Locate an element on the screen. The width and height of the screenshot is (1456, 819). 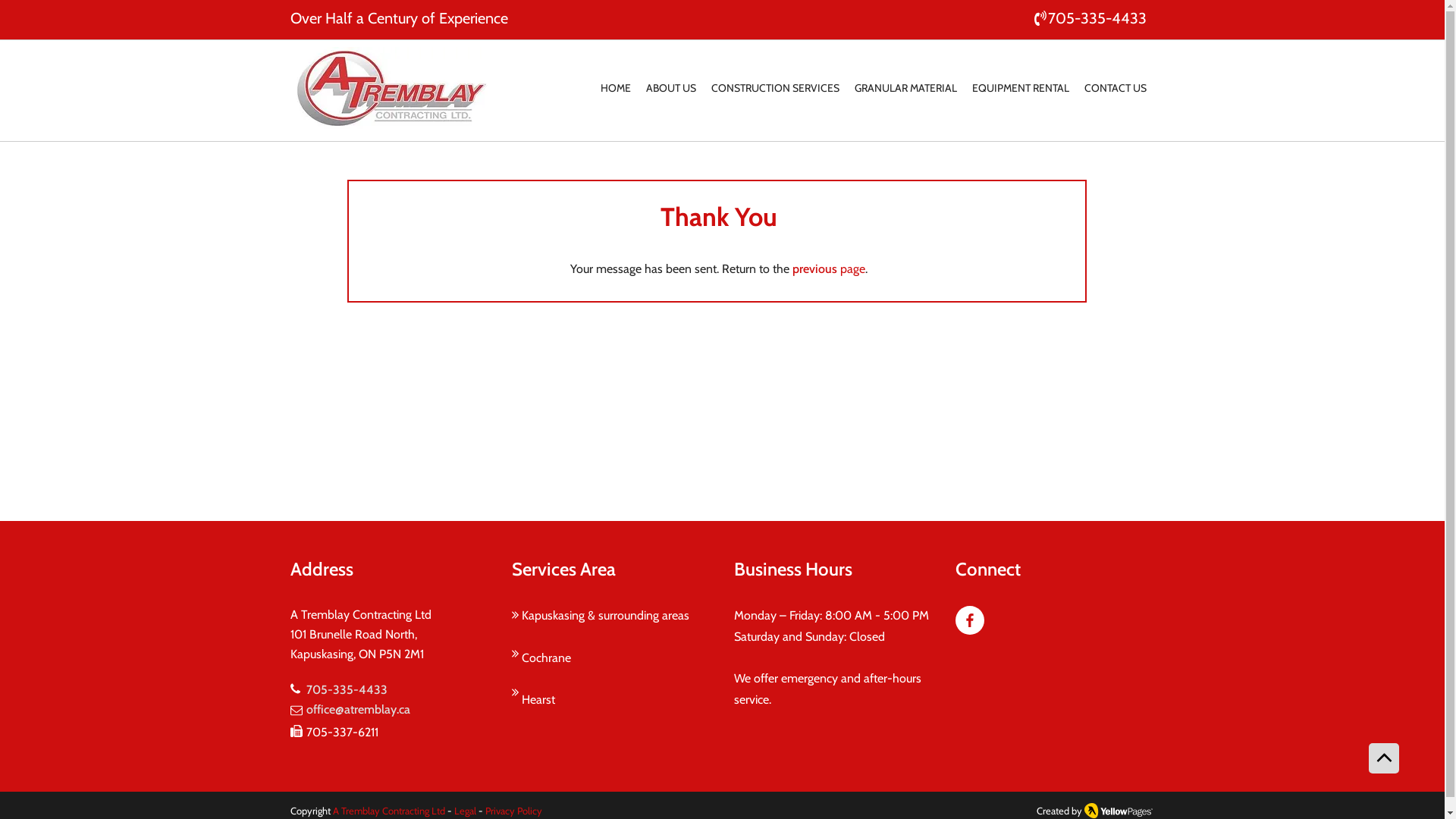
'Legal' is located at coordinates (463, 809).